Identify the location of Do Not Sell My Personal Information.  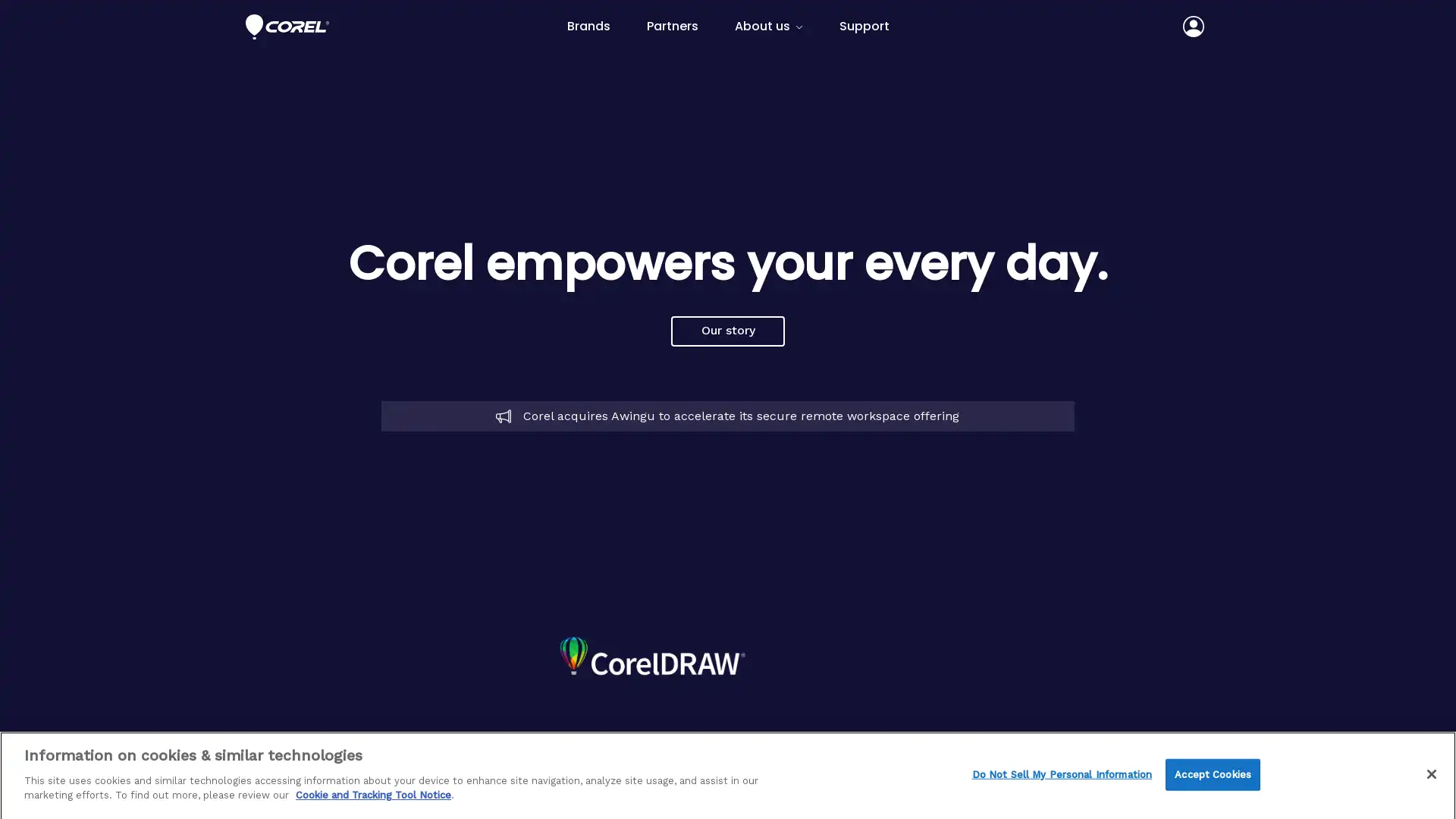
(1061, 773).